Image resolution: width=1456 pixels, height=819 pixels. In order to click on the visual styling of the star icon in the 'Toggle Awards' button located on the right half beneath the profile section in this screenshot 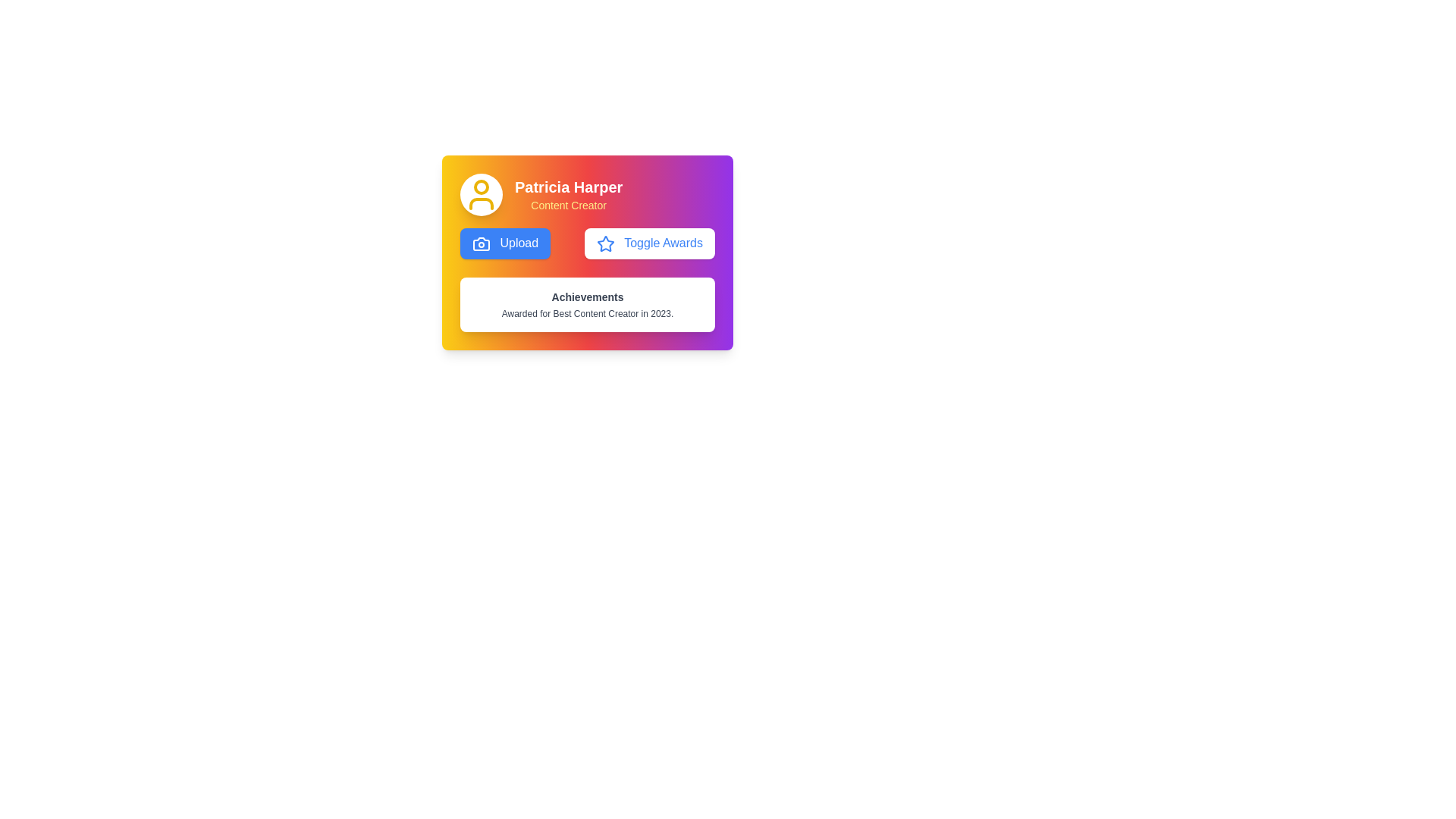, I will do `click(605, 243)`.